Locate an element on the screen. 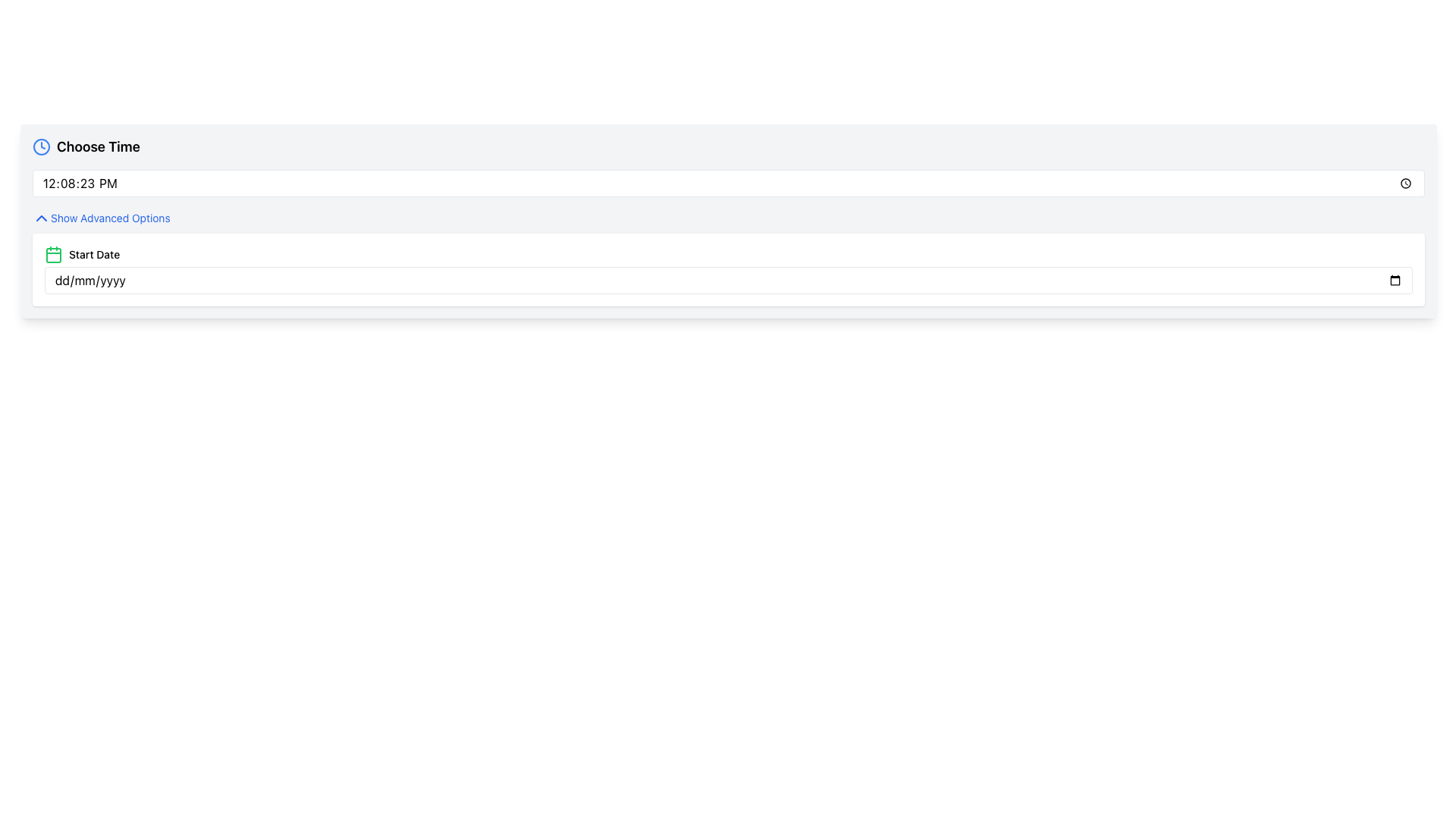 This screenshot has width=1456, height=819. the 'Choose Time' text label, which is a bold, large font element located in the top-left corner of the date and time options section, immediately to the right of a blue clock icon is located at coordinates (97, 146).